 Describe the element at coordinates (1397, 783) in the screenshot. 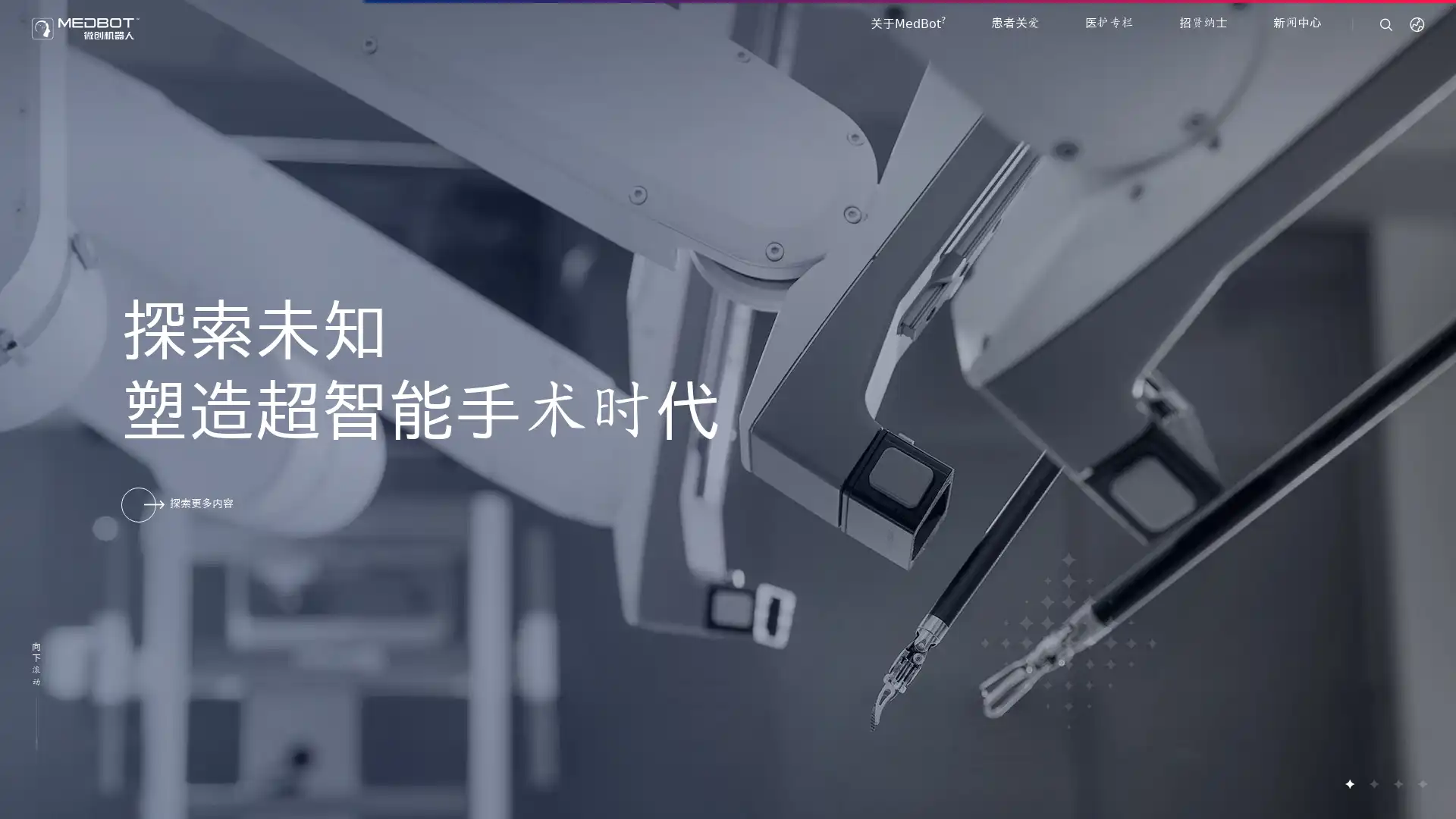

I see `Go to slide 3` at that location.